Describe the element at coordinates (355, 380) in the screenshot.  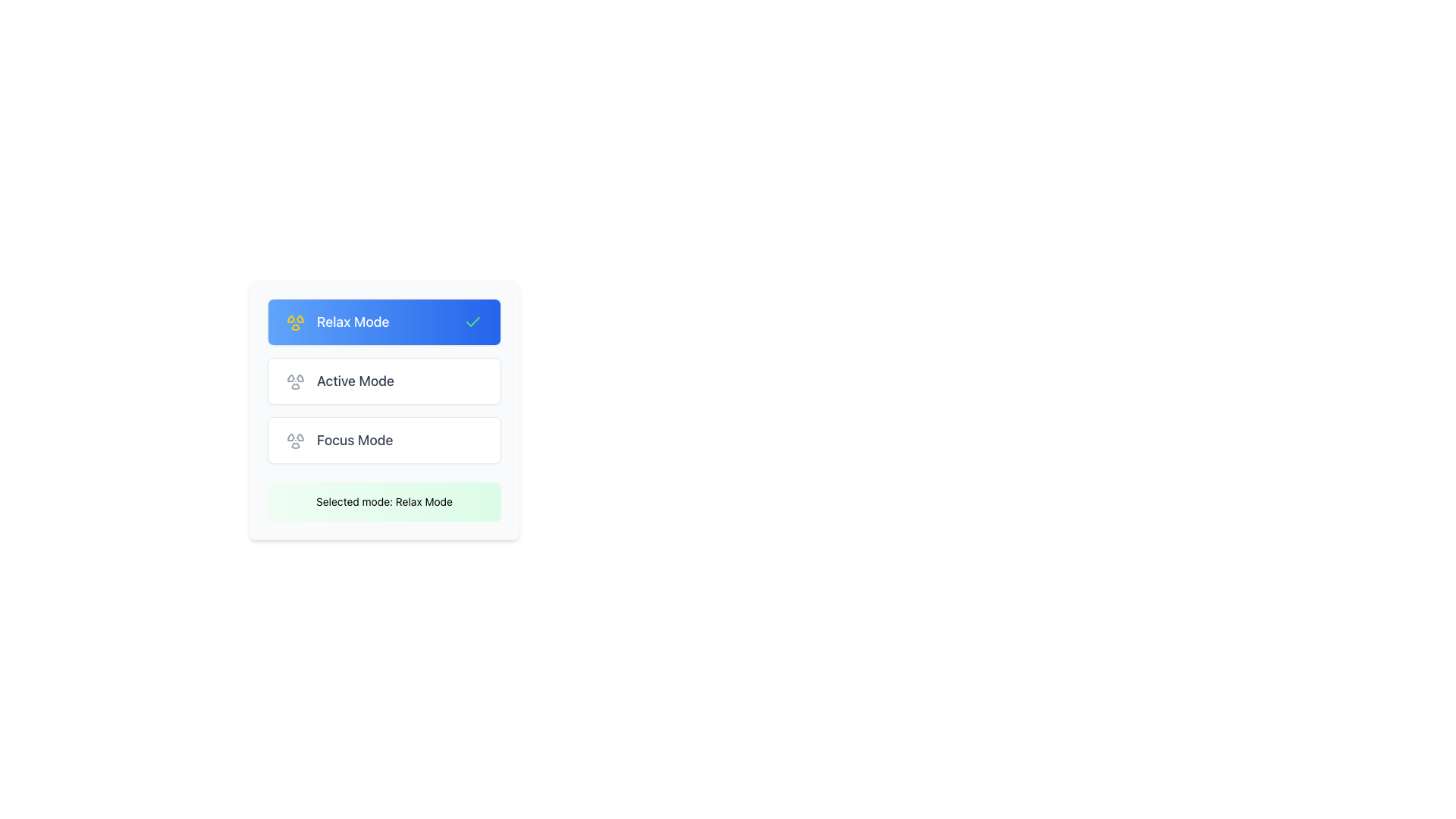
I see `text 'Active Mode' from the text label positioned in the second row of the vertically stacked list of modes, located below 'Relax Mode' and above 'Focus Mode'` at that location.